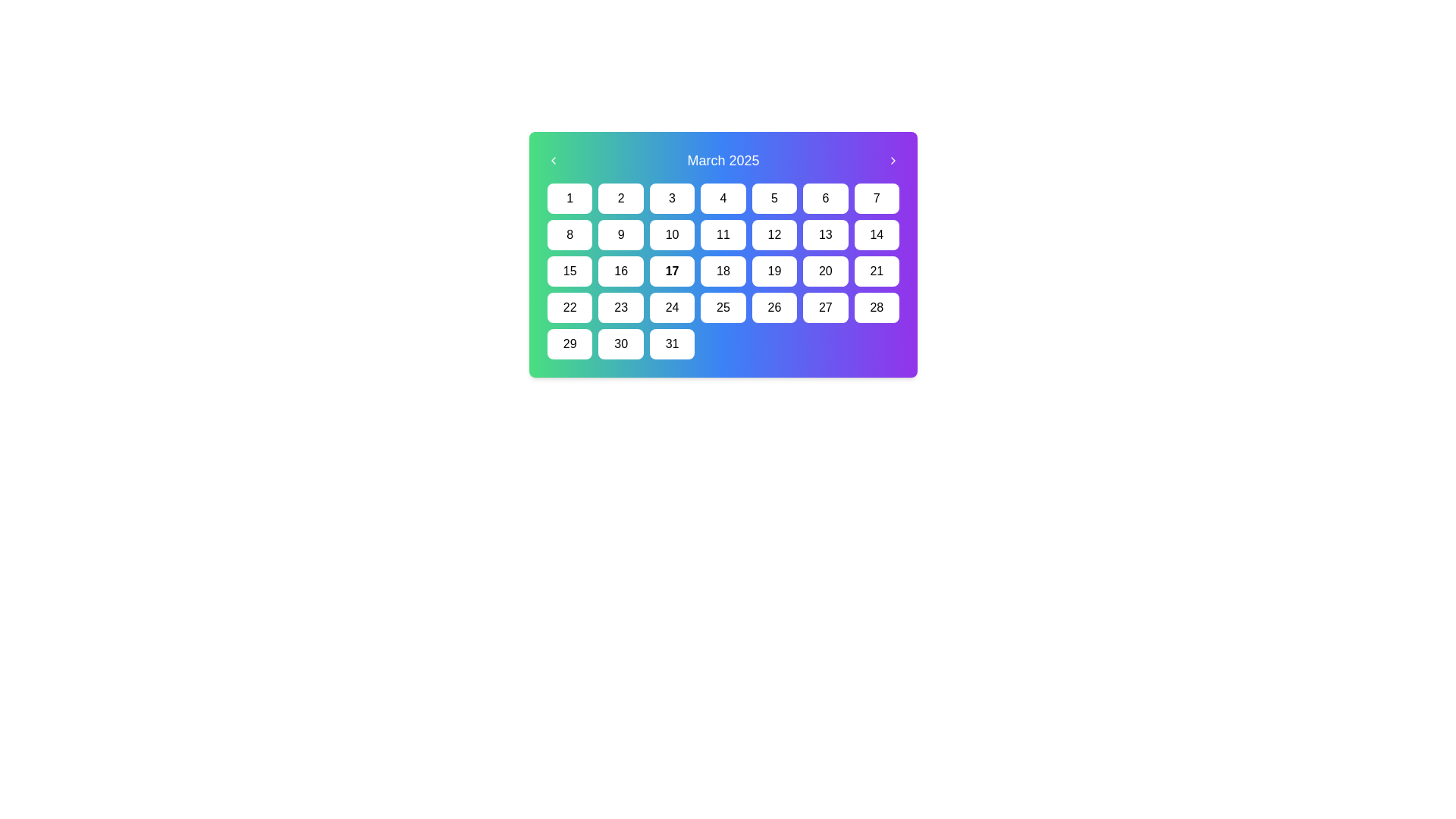  What do you see at coordinates (893, 161) in the screenshot?
I see `the forward navigation button represented by a right-pointing arrow icon, located at the top-right of the header displaying 'March 2025'` at bounding box center [893, 161].